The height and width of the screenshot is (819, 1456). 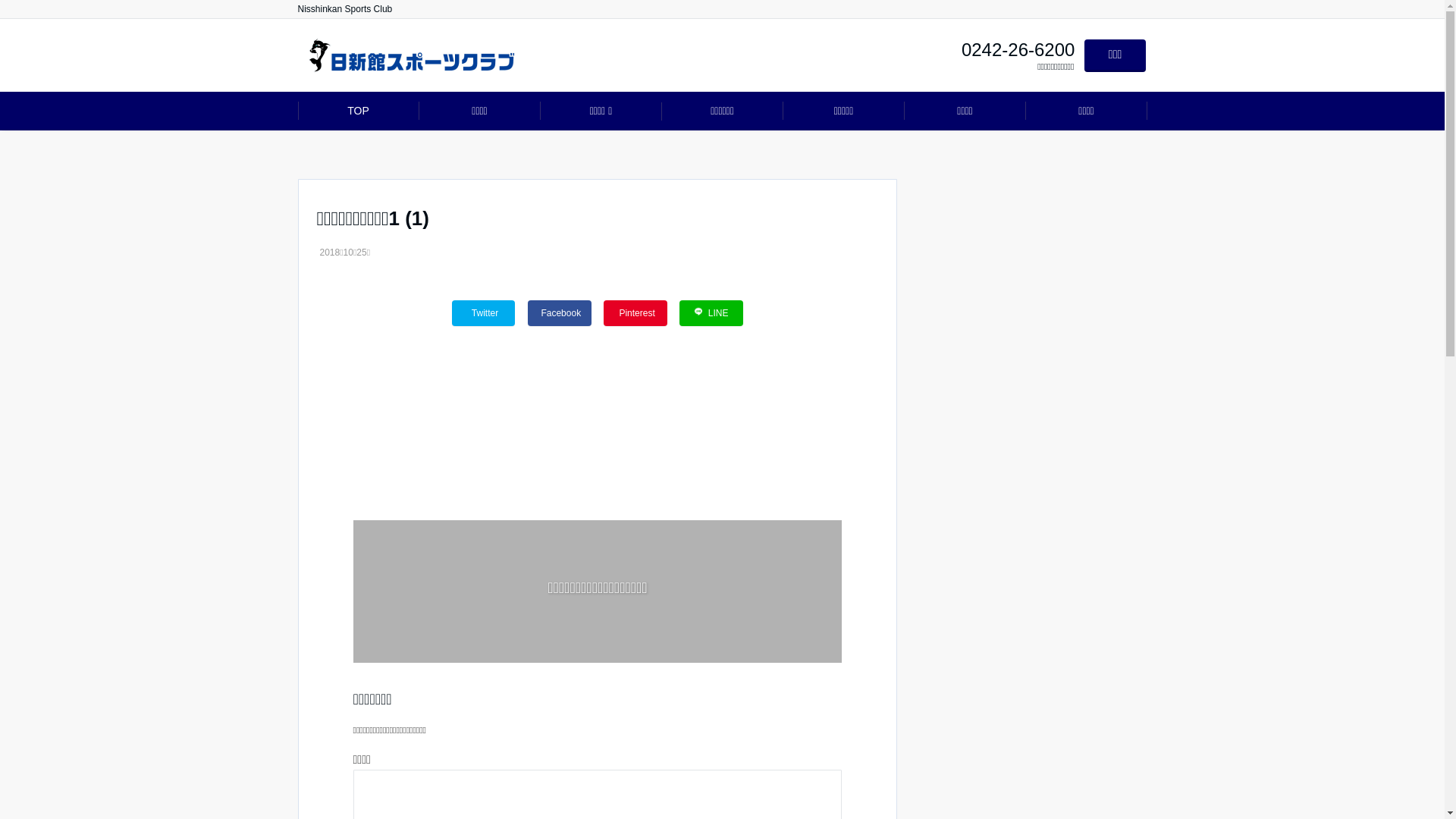 What do you see at coordinates (559, 312) in the screenshot?
I see `'Facebook'` at bounding box center [559, 312].